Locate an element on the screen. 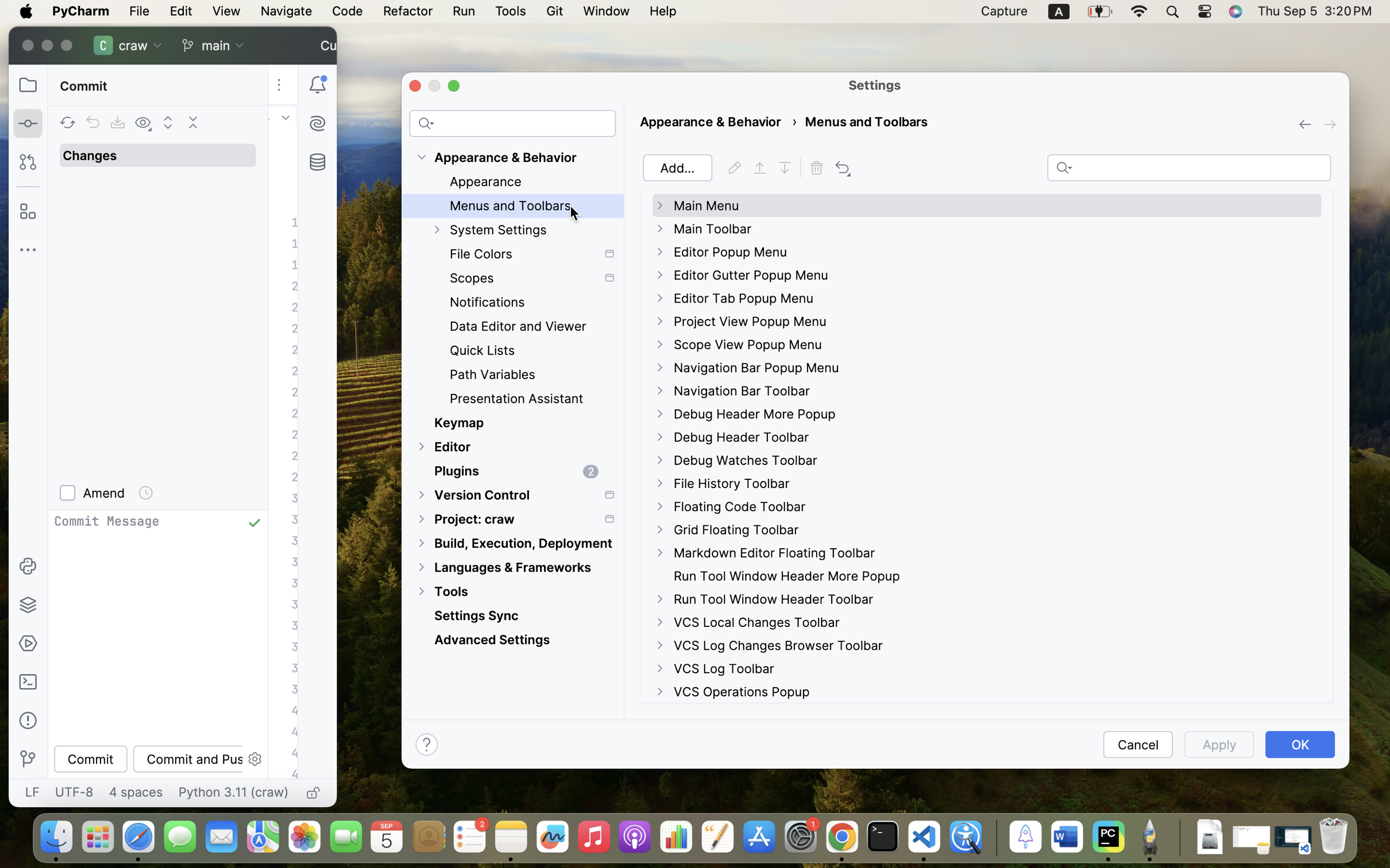  'Settings' is located at coordinates (875, 85).